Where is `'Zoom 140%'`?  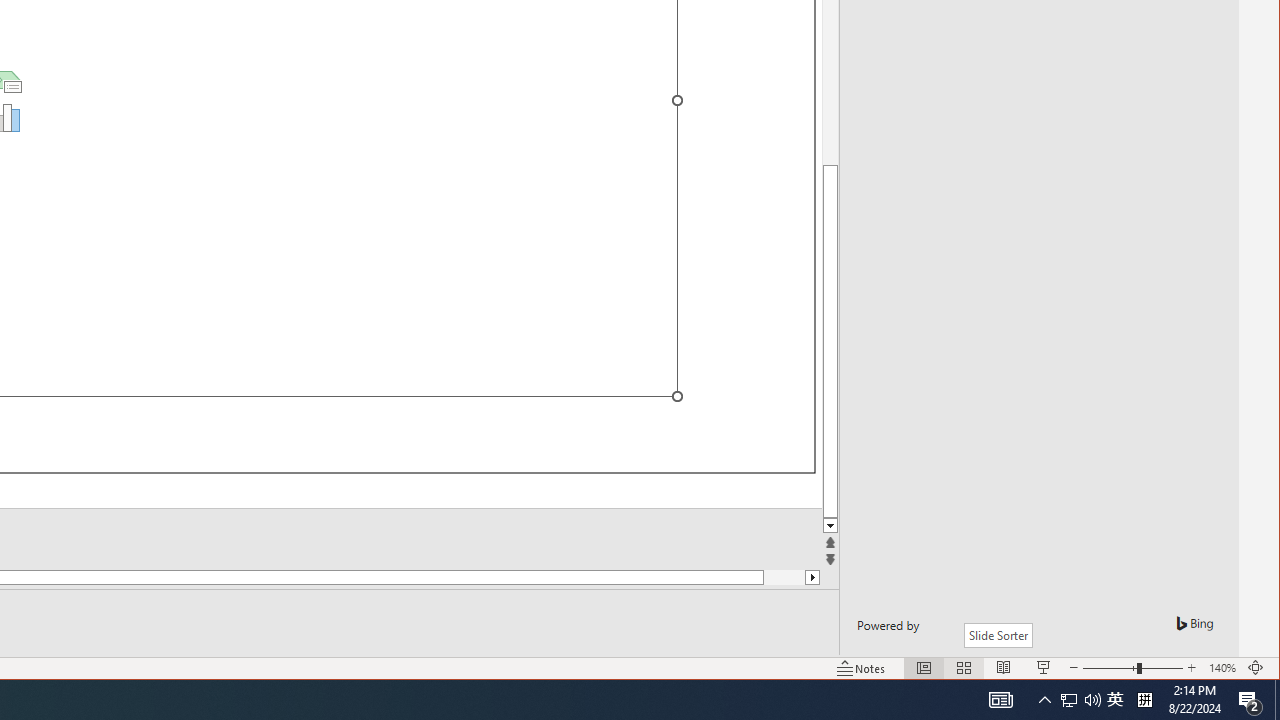
'Zoom 140%' is located at coordinates (1221, 668).